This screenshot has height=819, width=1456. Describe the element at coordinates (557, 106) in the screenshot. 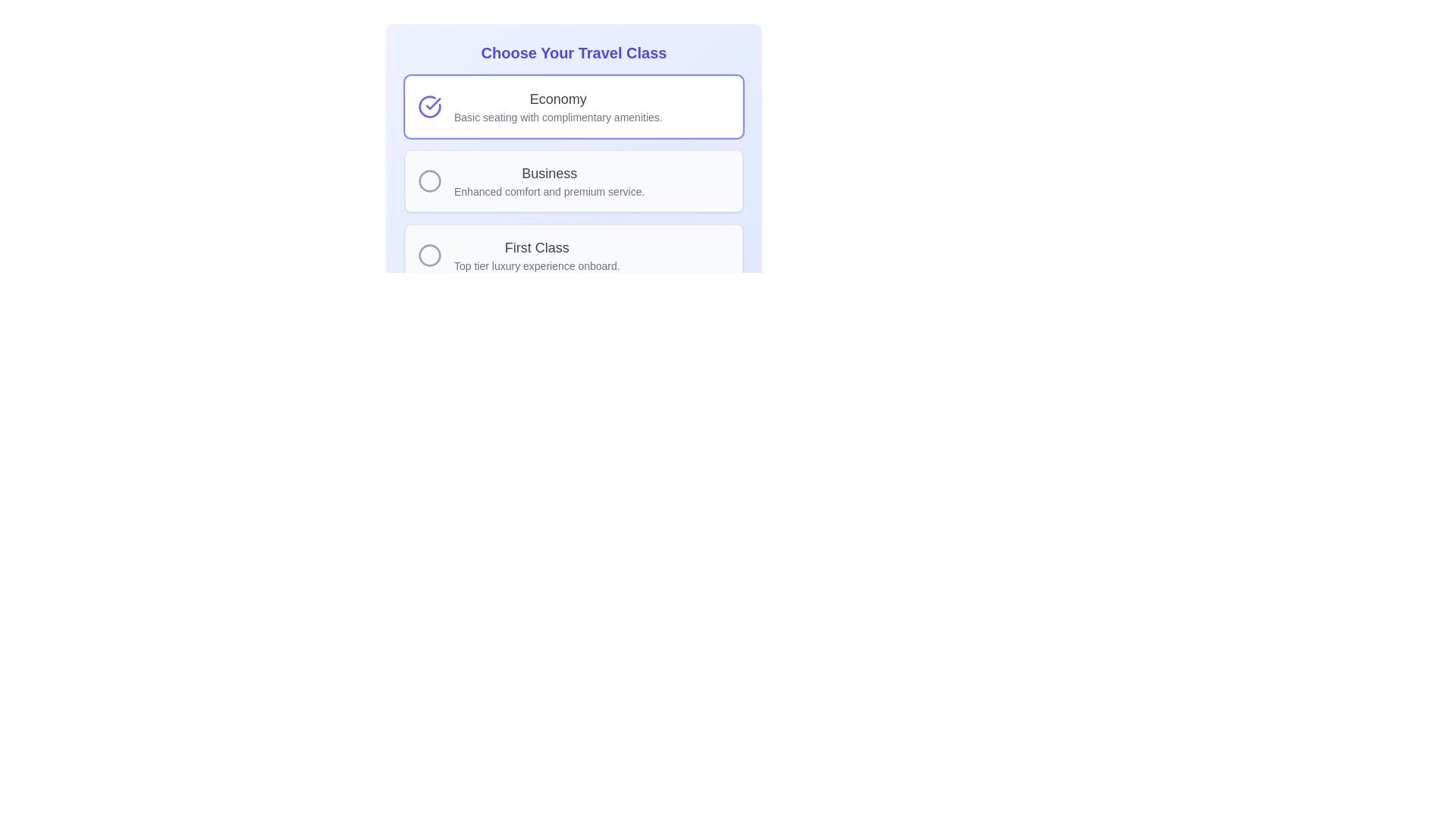

I see `the text display element titled 'Economy' which features a description of 'Basic seating with complimentary amenities.' This element is the first selectable option in the 'Choose Your Travel Class' menu` at that location.